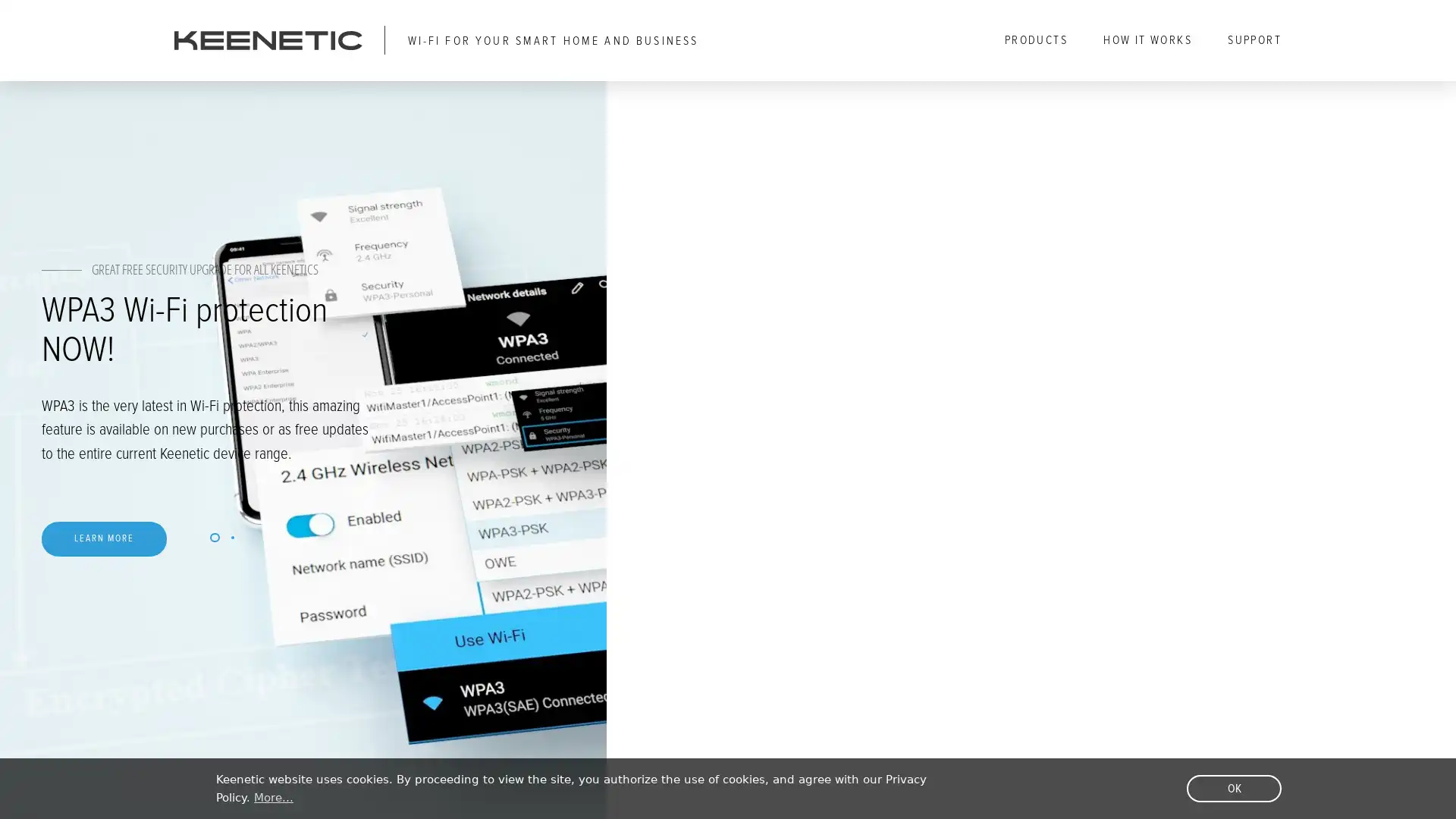 Image resolution: width=1456 pixels, height=819 pixels. Describe the element at coordinates (1234, 787) in the screenshot. I see `dismiss cookie message` at that location.